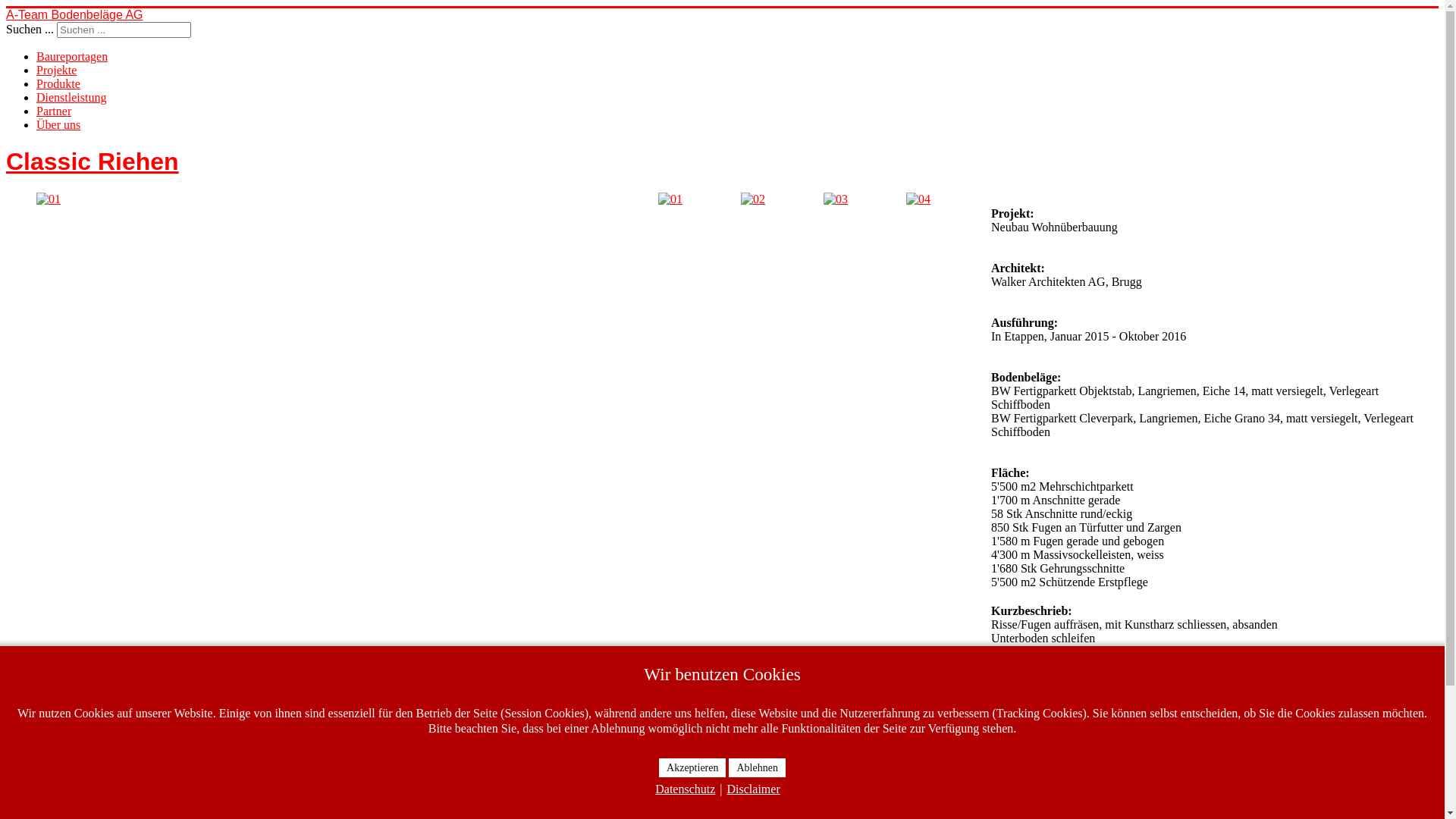  I want to click on '02', so click(753, 198).